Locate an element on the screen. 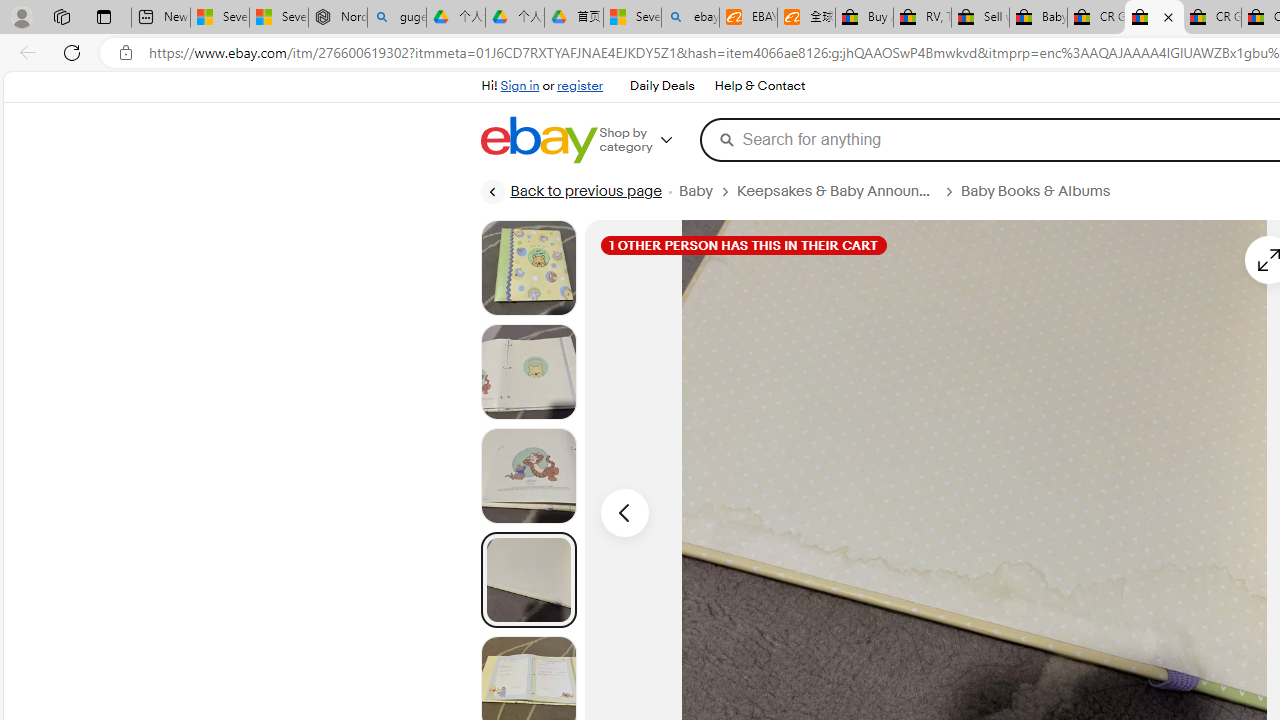  'eBay Home' is located at coordinates (538, 139).